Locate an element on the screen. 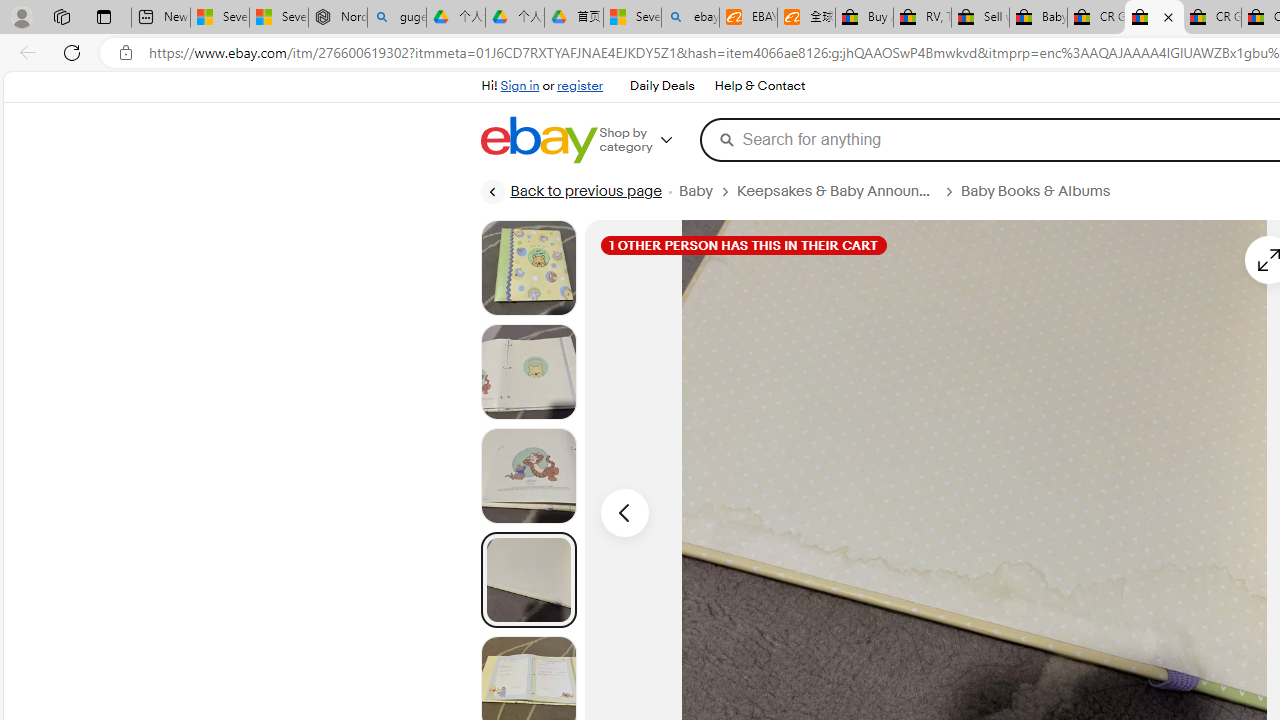  'eBay Home' is located at coordinates (538, 139).